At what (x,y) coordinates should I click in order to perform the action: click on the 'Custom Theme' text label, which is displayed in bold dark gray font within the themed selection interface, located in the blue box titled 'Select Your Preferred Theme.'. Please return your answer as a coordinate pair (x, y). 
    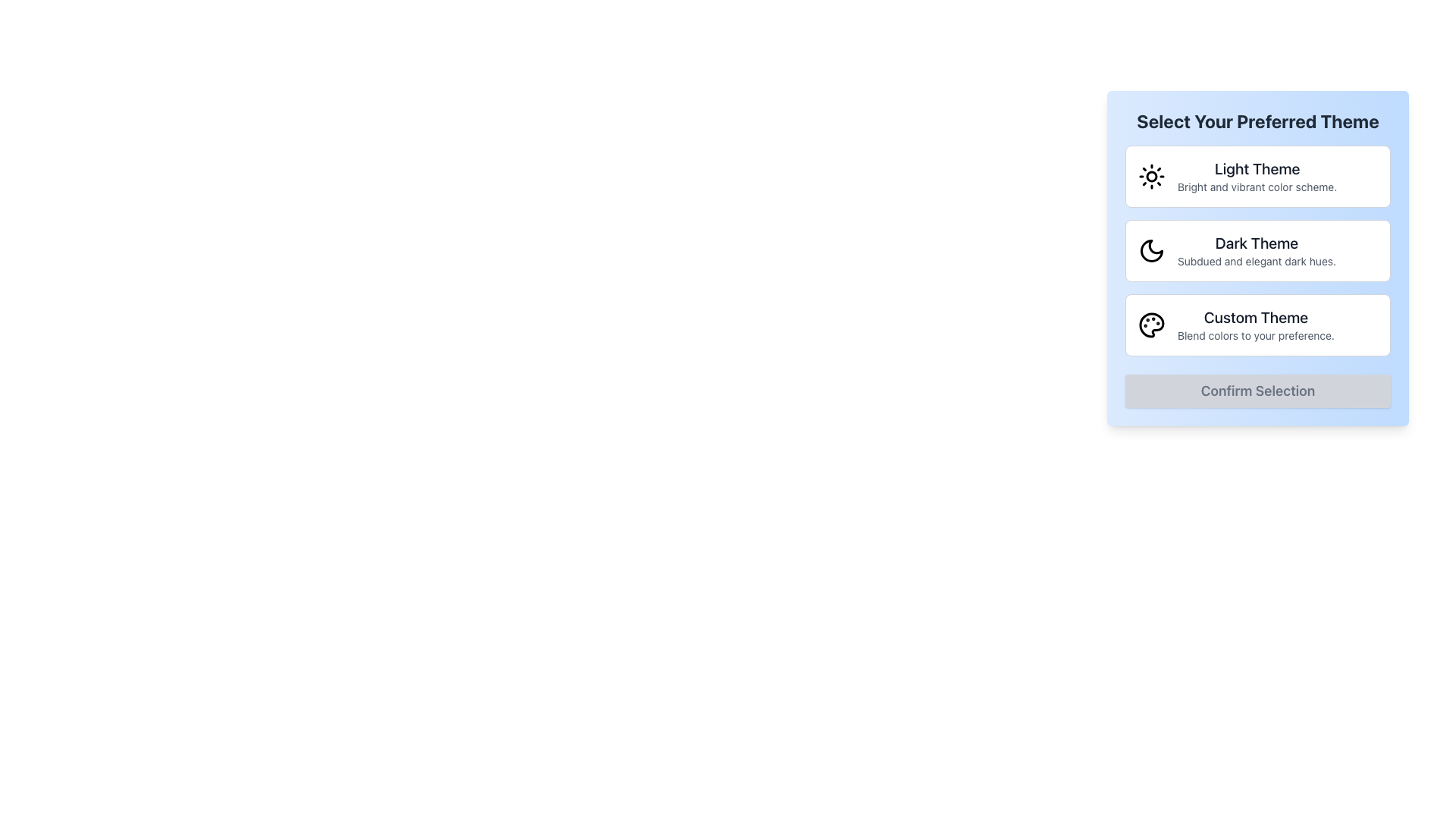
    Looking at the image, I should click on (1256, 317).